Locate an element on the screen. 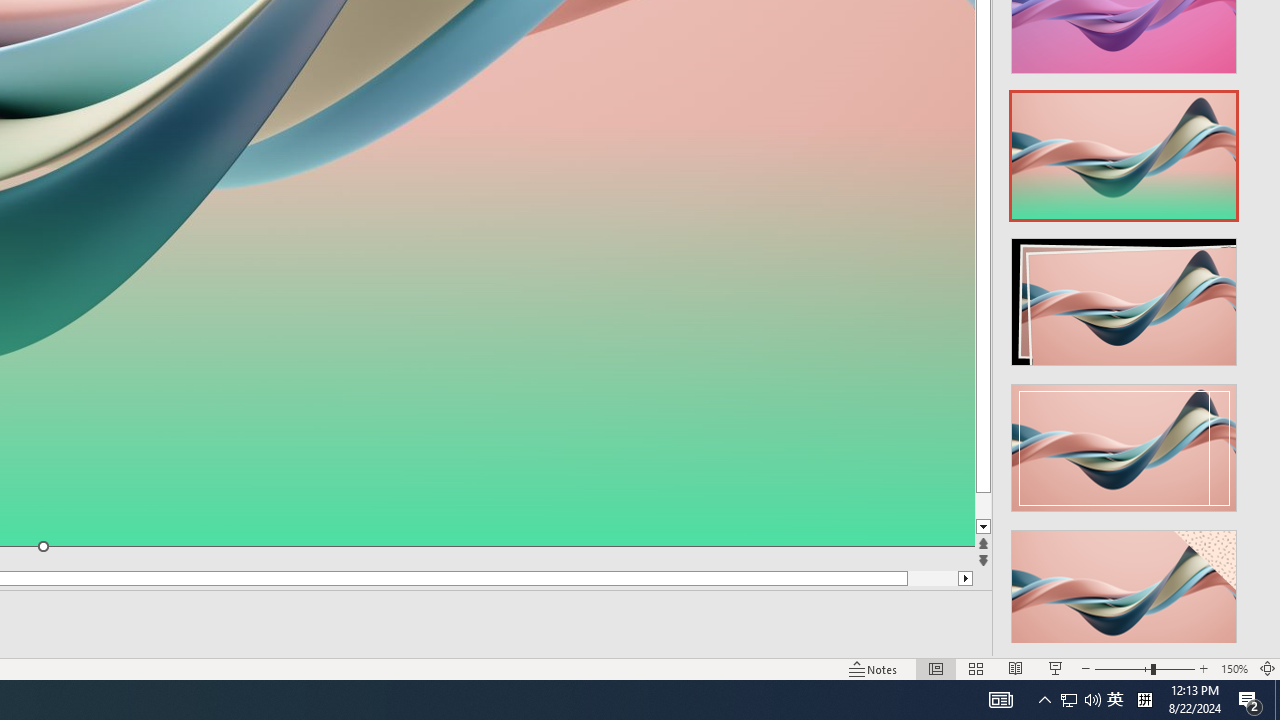 Image resolution: width=1280 pixels, height=720 pixels. 'Zoom 150%' is located at coordinates (1233, 669).